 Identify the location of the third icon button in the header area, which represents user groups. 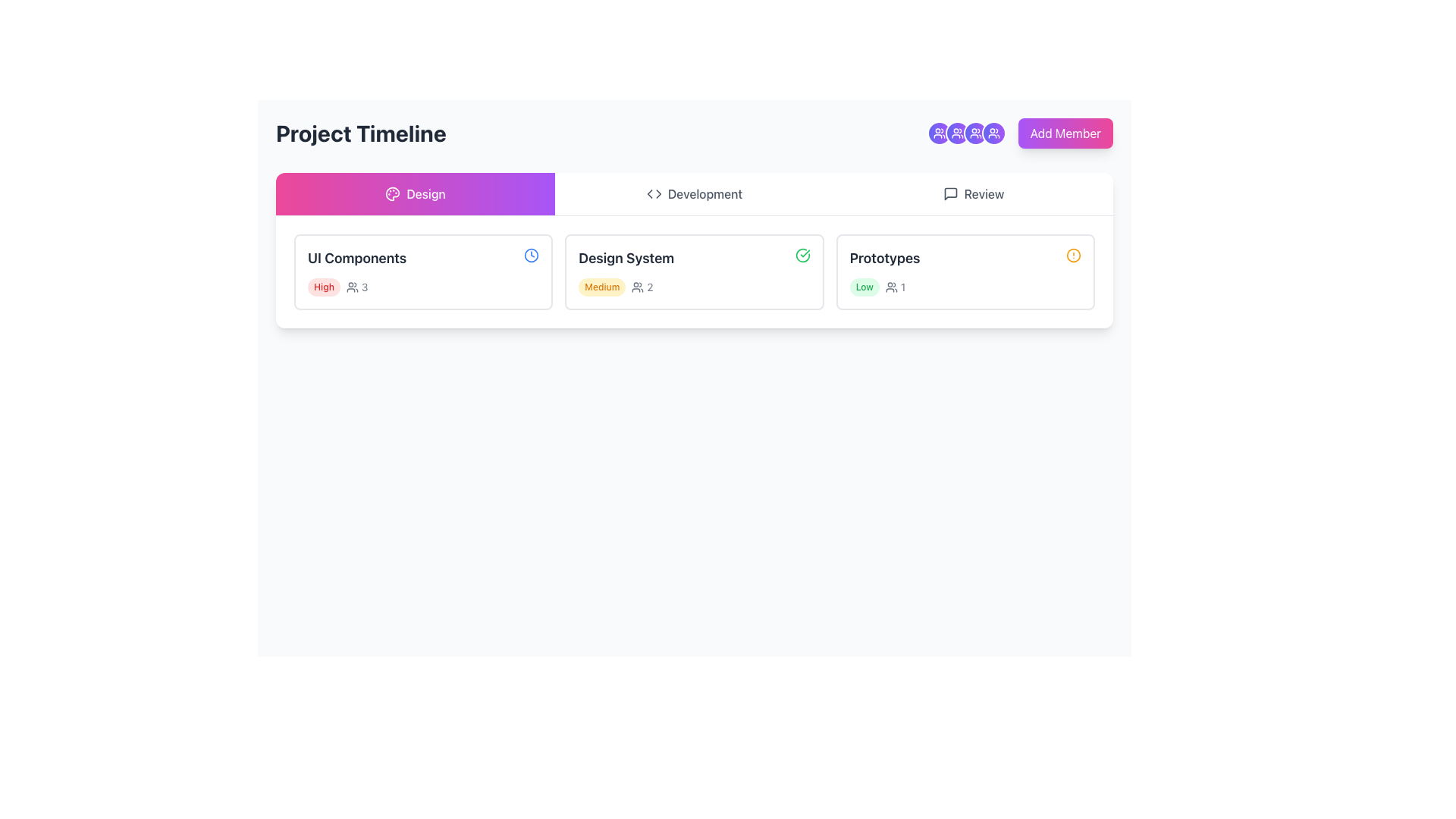
(956, 133).